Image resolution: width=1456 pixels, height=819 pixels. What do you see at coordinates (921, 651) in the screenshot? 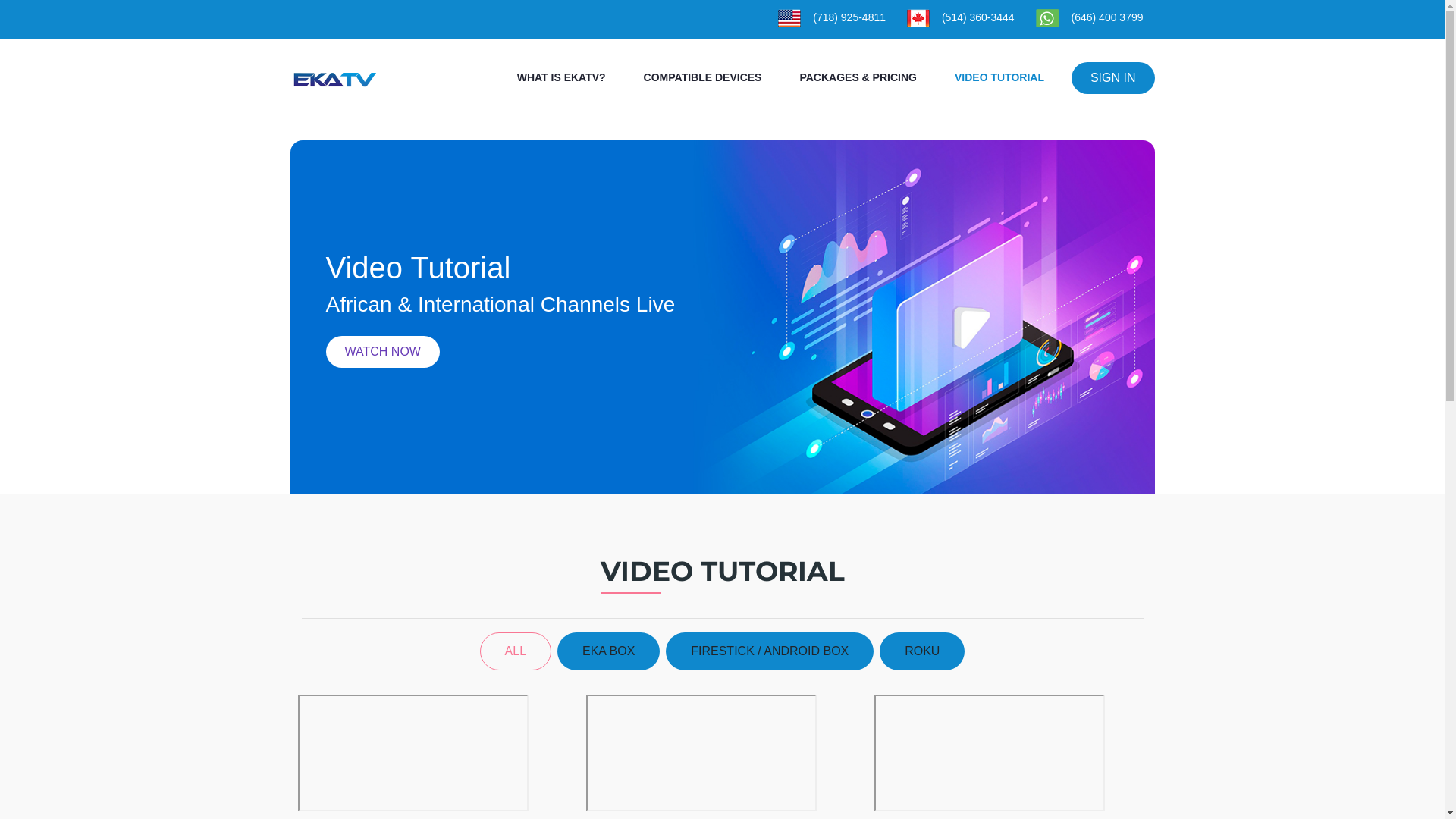
I see `'ROKU'` at bounding box center [921, 651].